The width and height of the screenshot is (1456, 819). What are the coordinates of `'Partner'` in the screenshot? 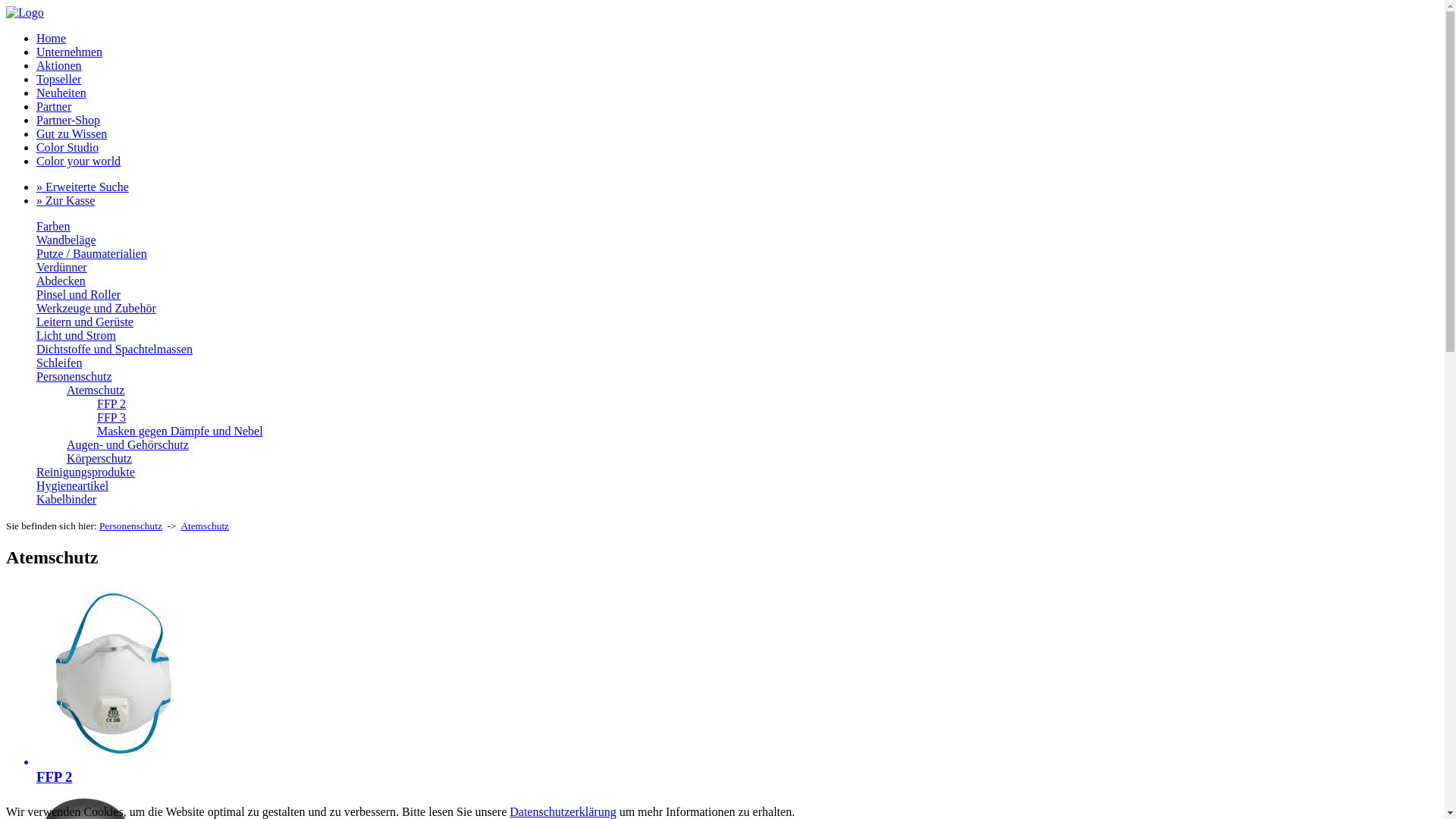 It's located at (54, 105).